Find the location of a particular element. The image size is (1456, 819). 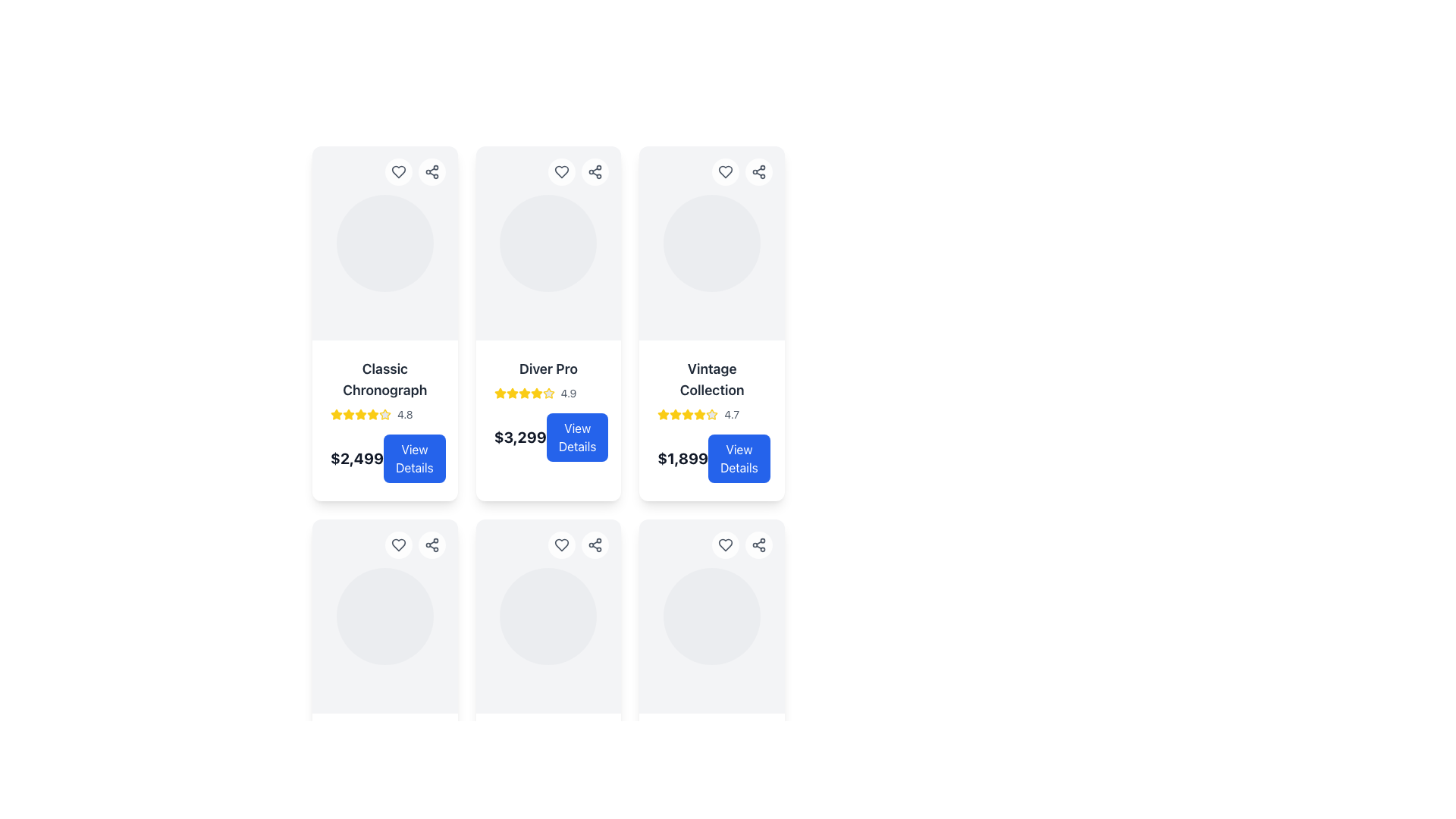

numerical rating displayed in the text label located to the bottom right of the row of five filled yellow stars on the second product card from the left is located at coordinates (405, 415).